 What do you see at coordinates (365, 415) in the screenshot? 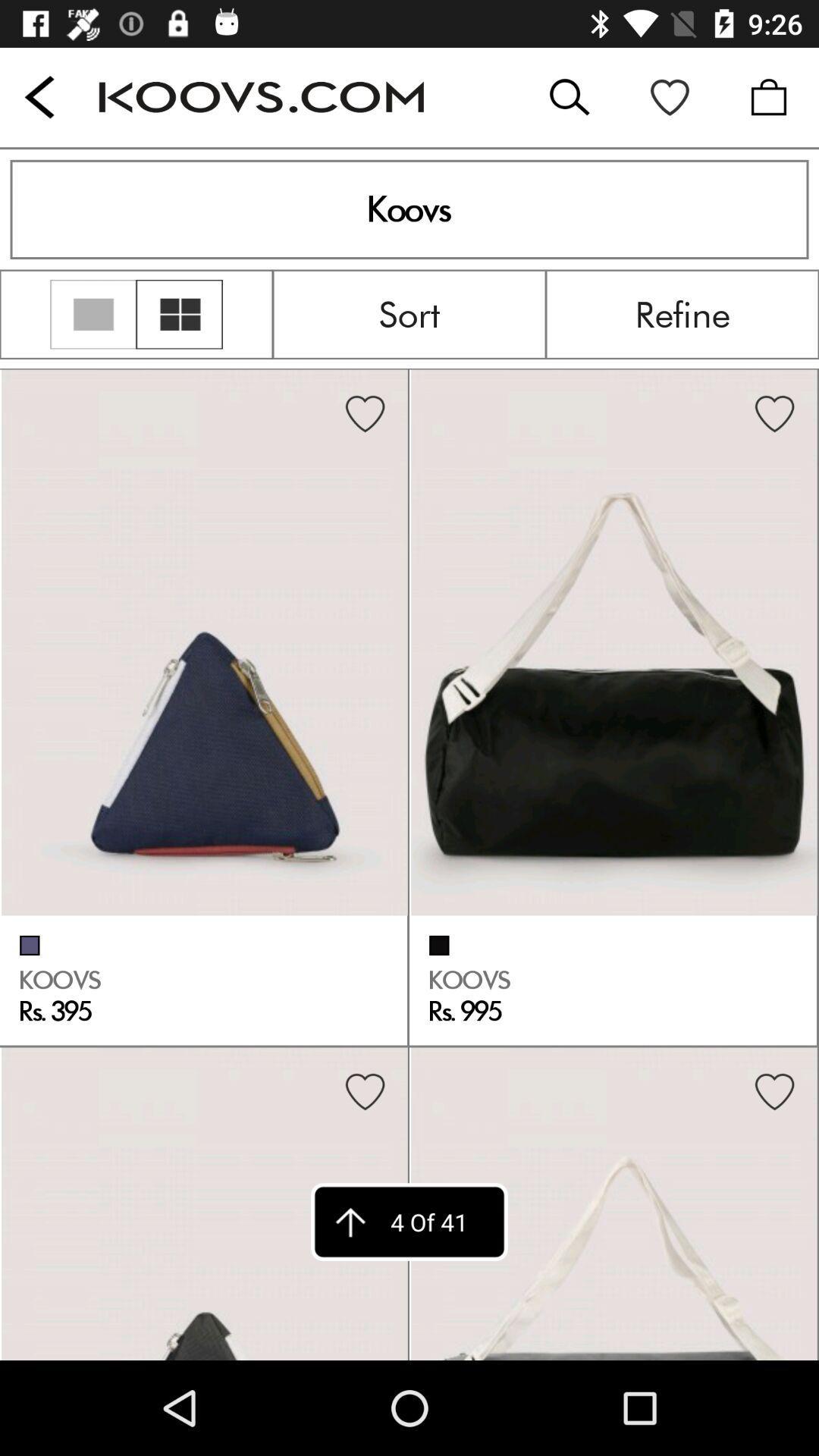
I see `the heart symbol in first image on left` at bounding box center [365, 415].